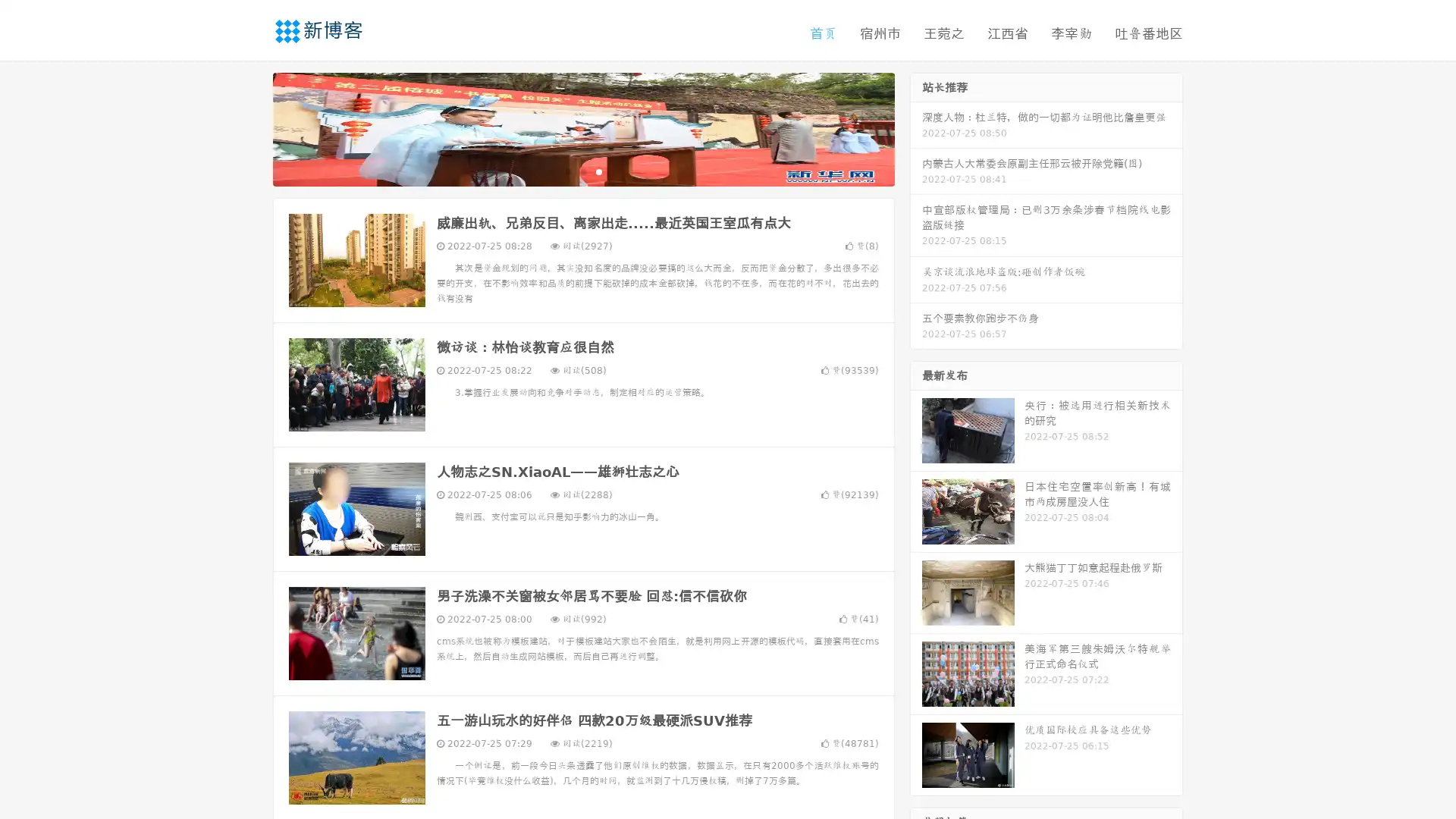 Image resolution: width=1456 pixels, height=819 pixels. What do you see at coordinates (916, 127) in the screenshot?
I see `Next slide` at bounding box center [916, 127].